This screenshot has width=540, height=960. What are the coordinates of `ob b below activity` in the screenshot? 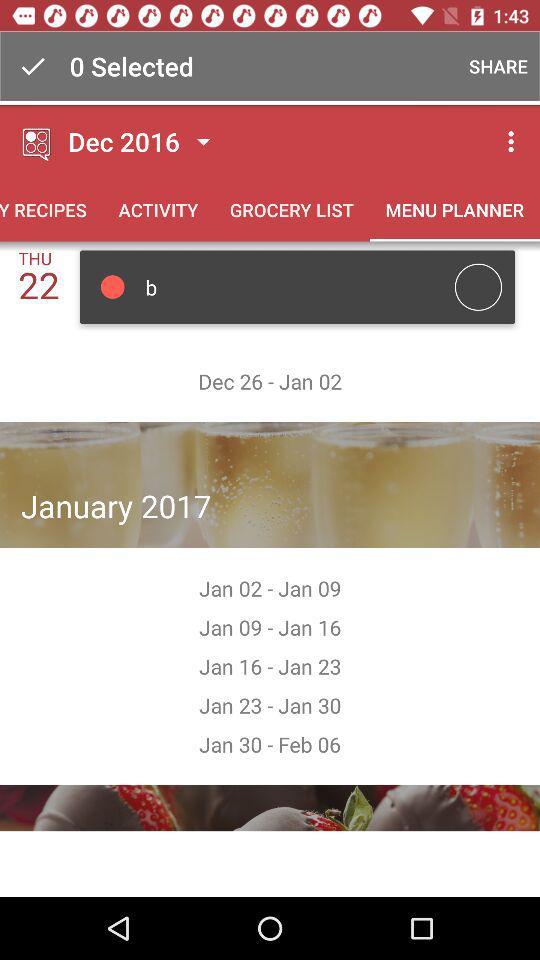 It's located at (296, 286).